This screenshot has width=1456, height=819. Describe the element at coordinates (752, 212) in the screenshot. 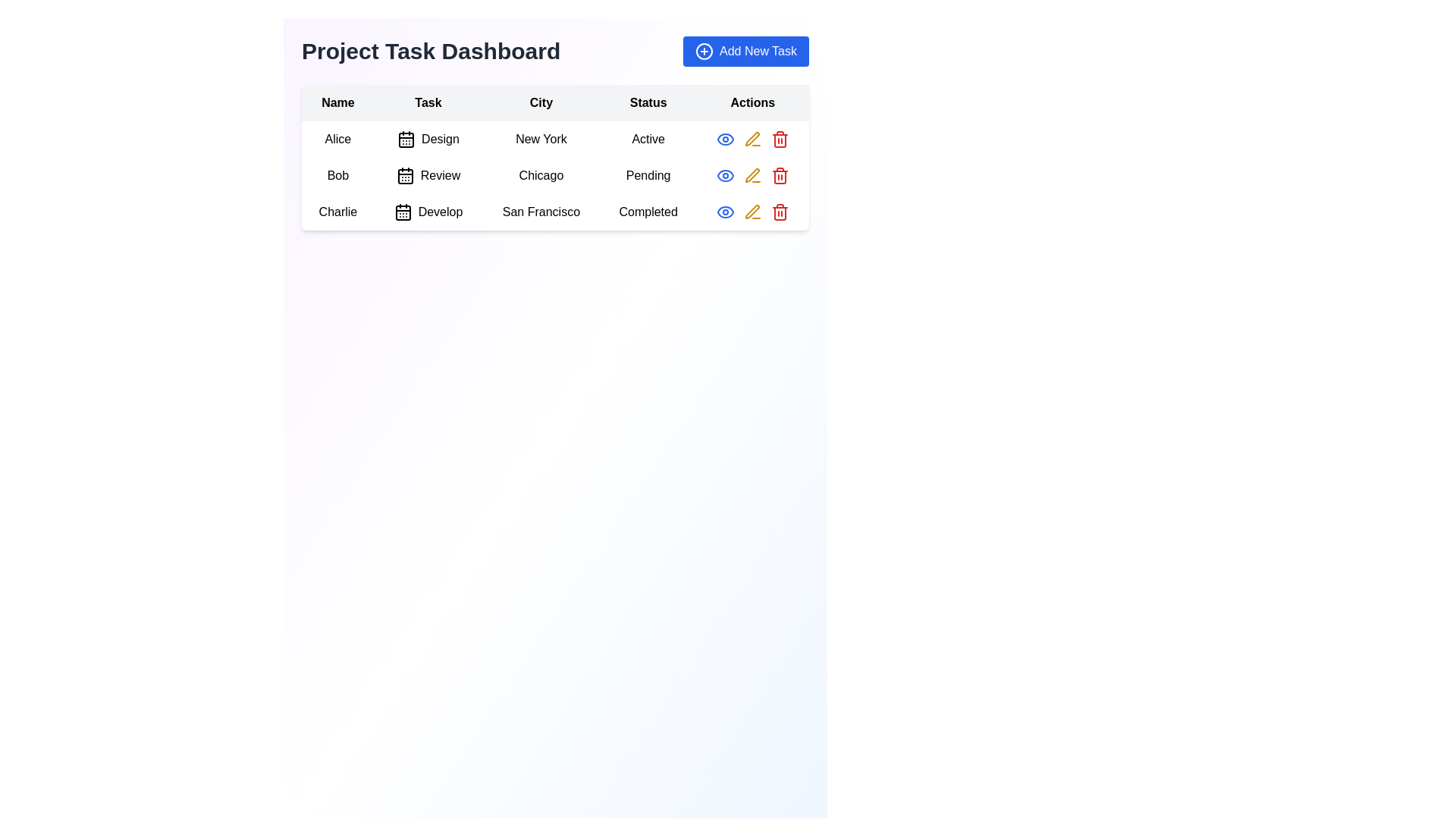

I see `the grouped action buttons with icons located in the 'Actions' column of the row titled 'Charlie - Develop - San Francisco - Completed'` at that location.